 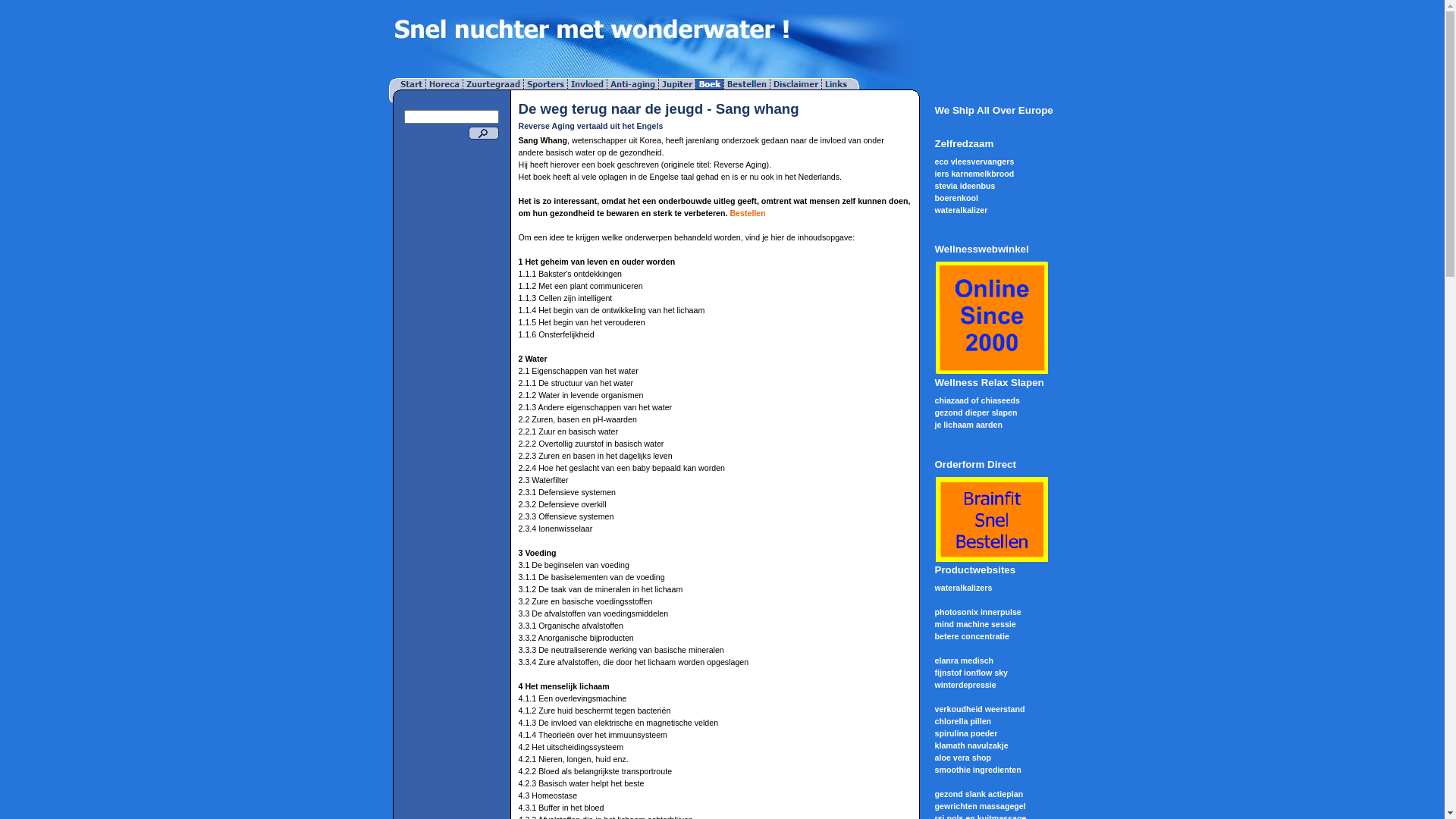 What do you see at coordinates (955, 197) in the screenshot?
I see `'boerenkool'` at bounding box center [955, 197].